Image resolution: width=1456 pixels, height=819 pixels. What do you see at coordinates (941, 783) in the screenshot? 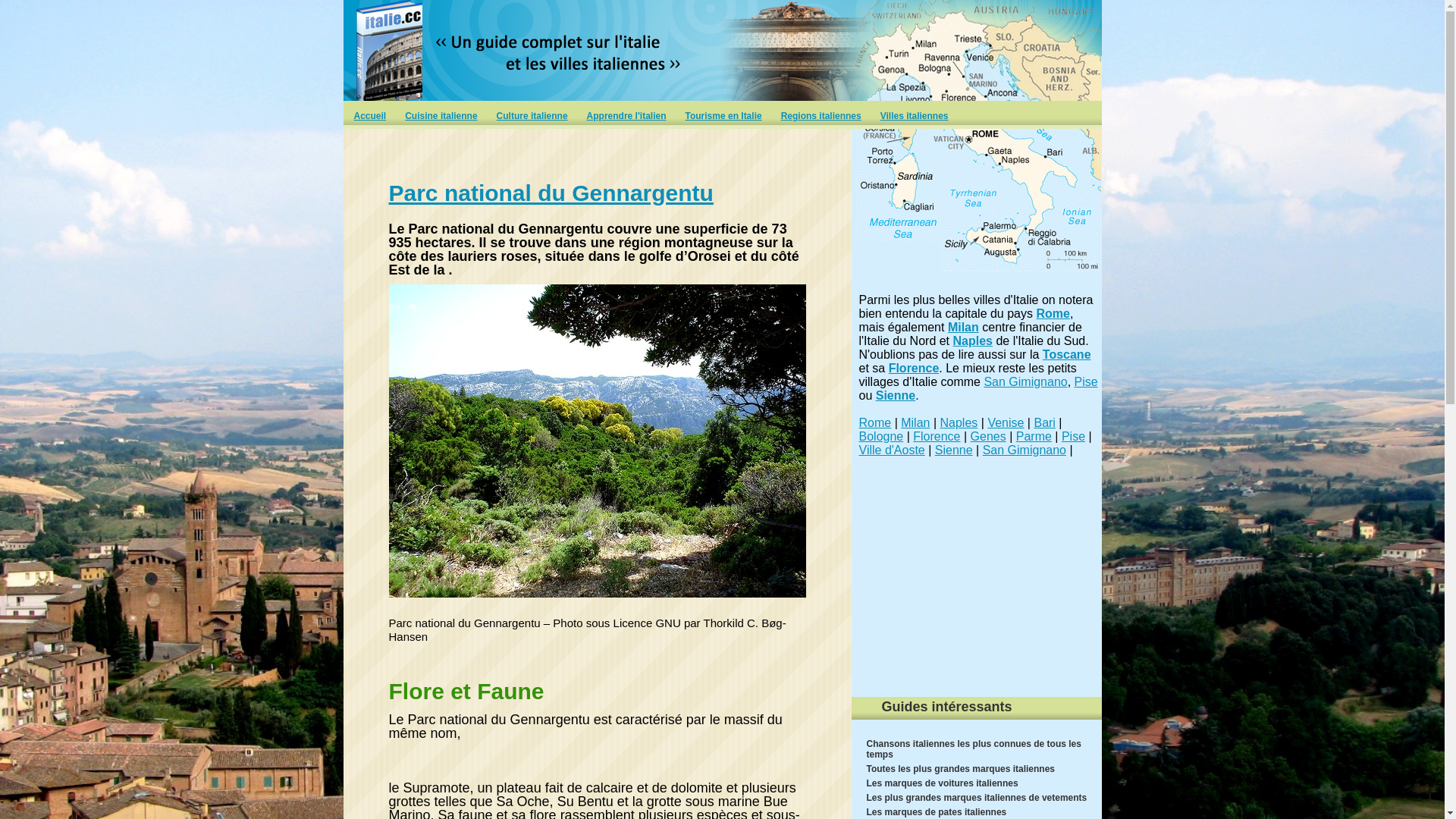
I see `'Les marques de voitures italiennes'` at bounding box center [941, 783].